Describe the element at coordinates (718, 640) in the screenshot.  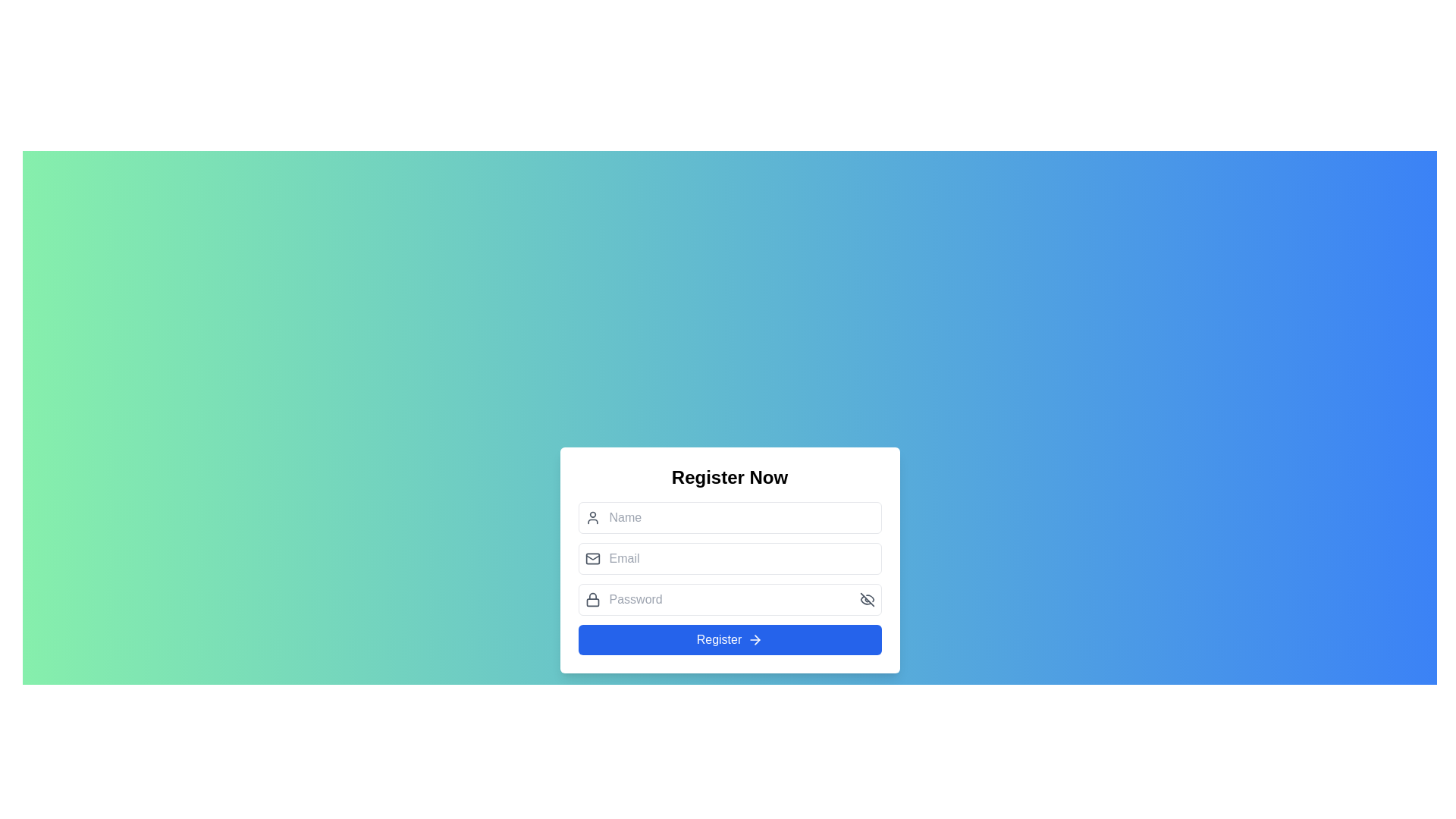
I see `the 'Register' label which is displayed in white color on a blue rectangular background, located near the center of the button and to the left of a right-facing arrow icon` at that location.